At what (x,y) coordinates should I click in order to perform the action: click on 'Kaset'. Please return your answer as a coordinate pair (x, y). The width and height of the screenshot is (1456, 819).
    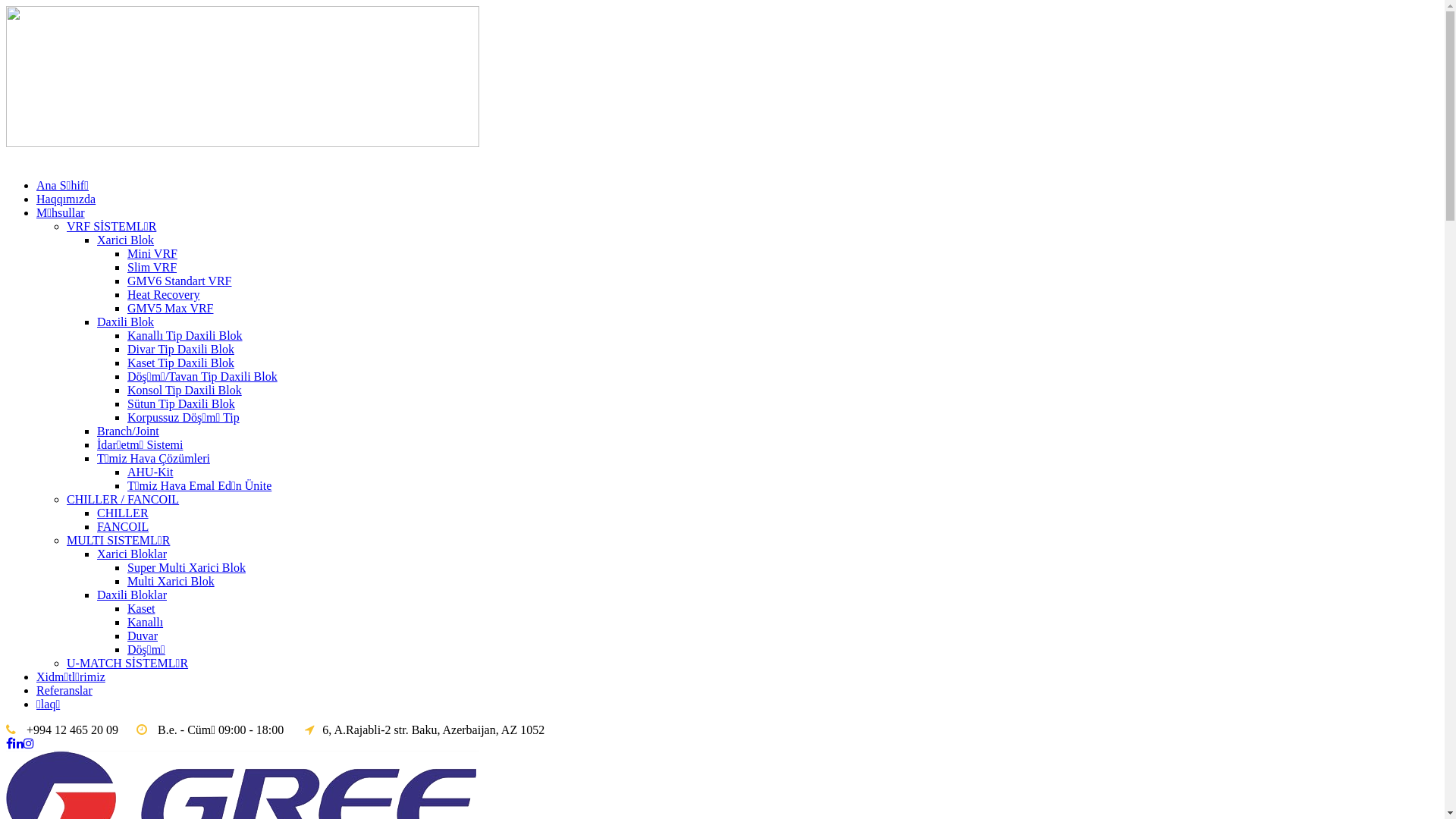
    Looking at the image, I should click on (141, 607).